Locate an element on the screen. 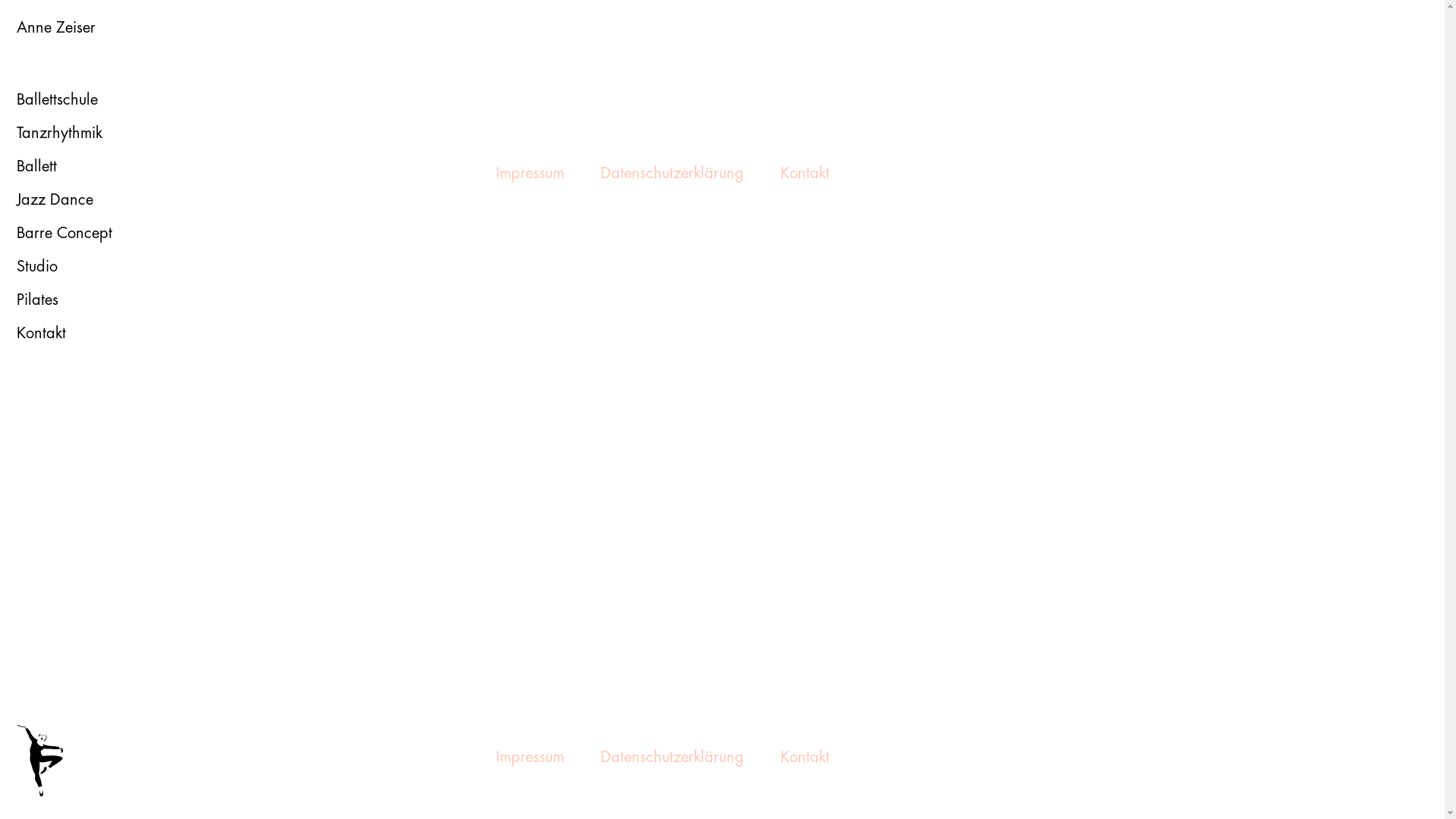  'Jazz Dance' is located at coordinates (55, 199).